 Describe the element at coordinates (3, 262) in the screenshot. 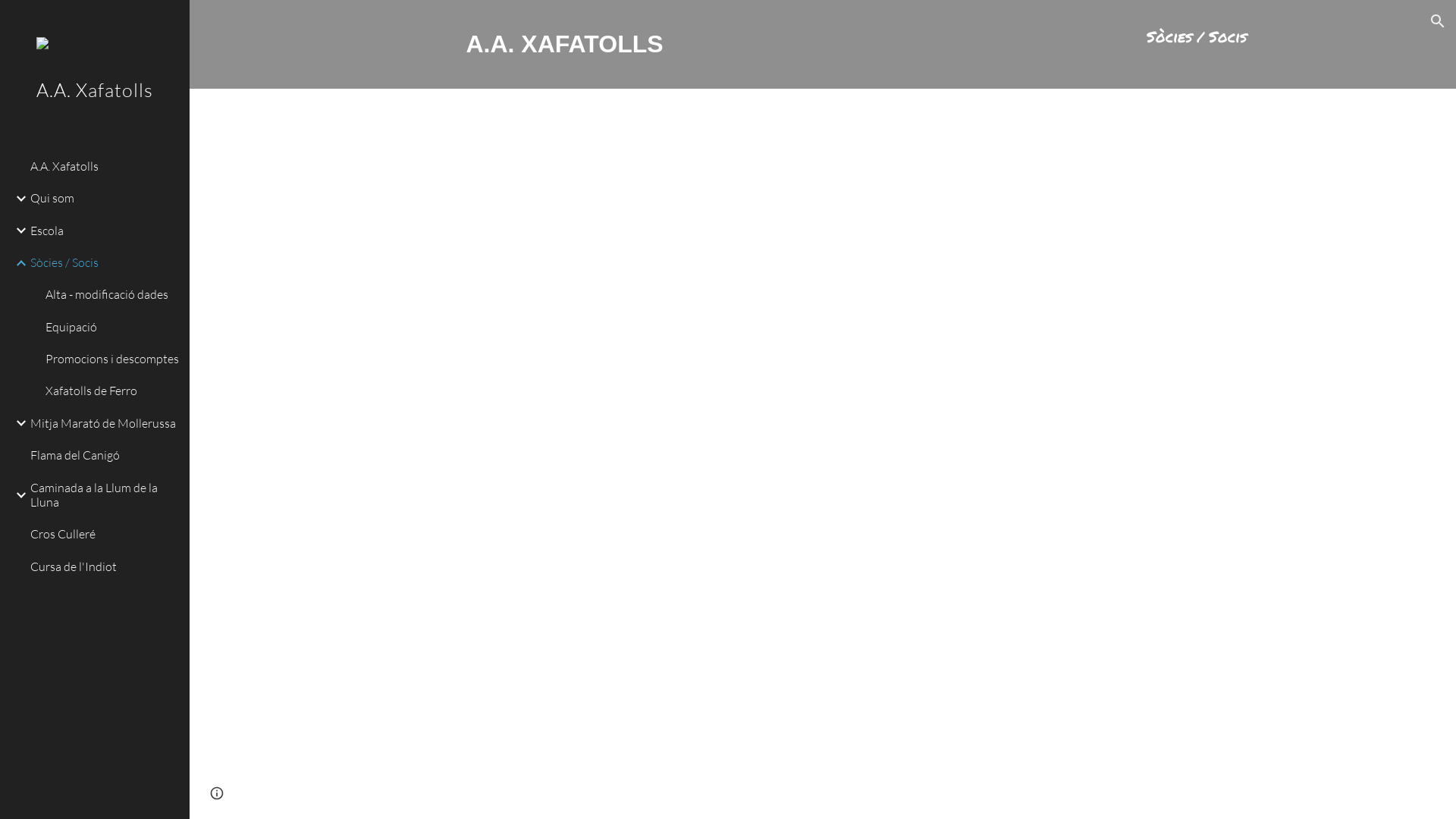

I see `'Expand/Collapse'` at that location.